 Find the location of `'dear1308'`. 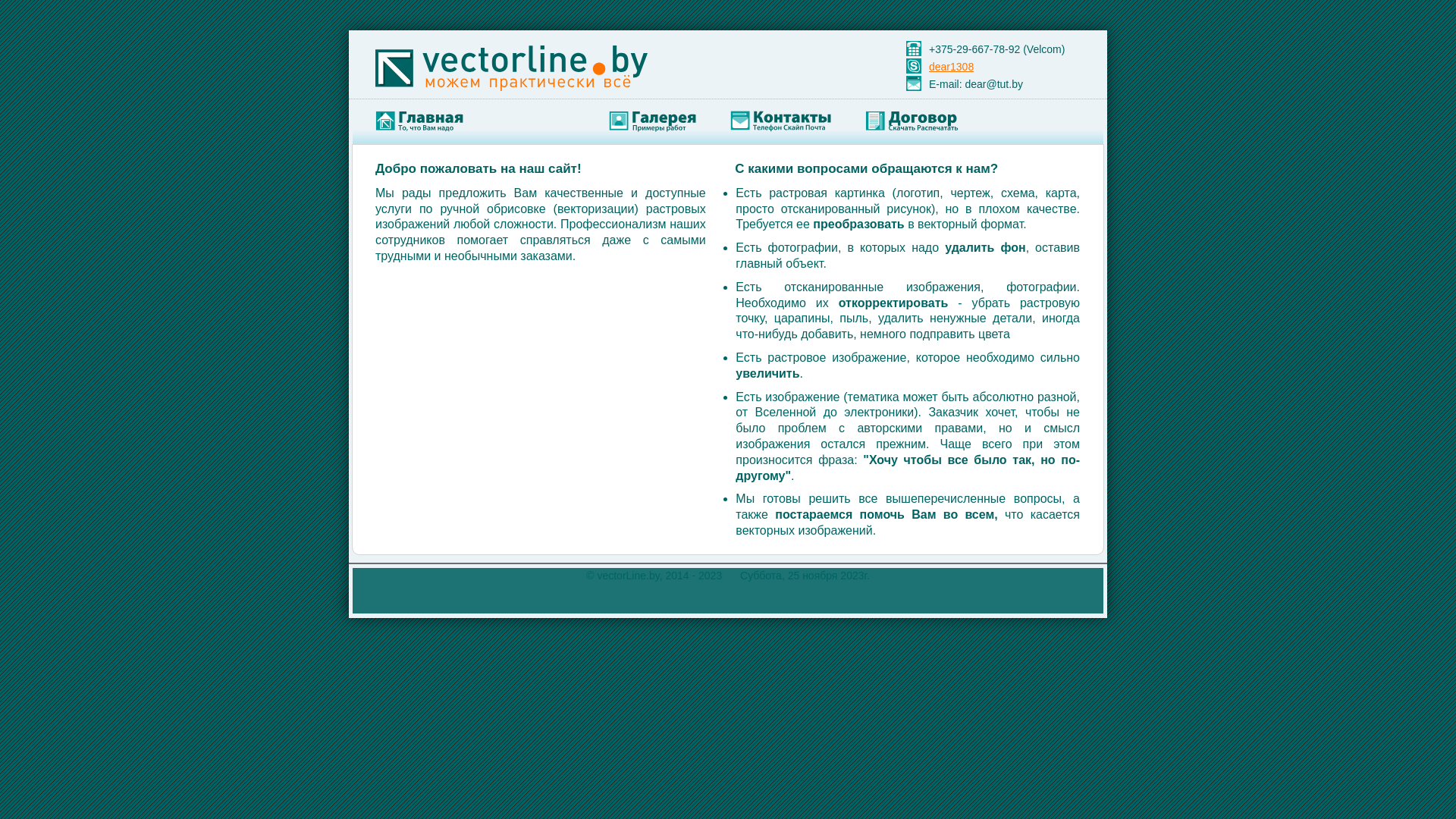

'dear1308' is located at coordinates (950, 66).